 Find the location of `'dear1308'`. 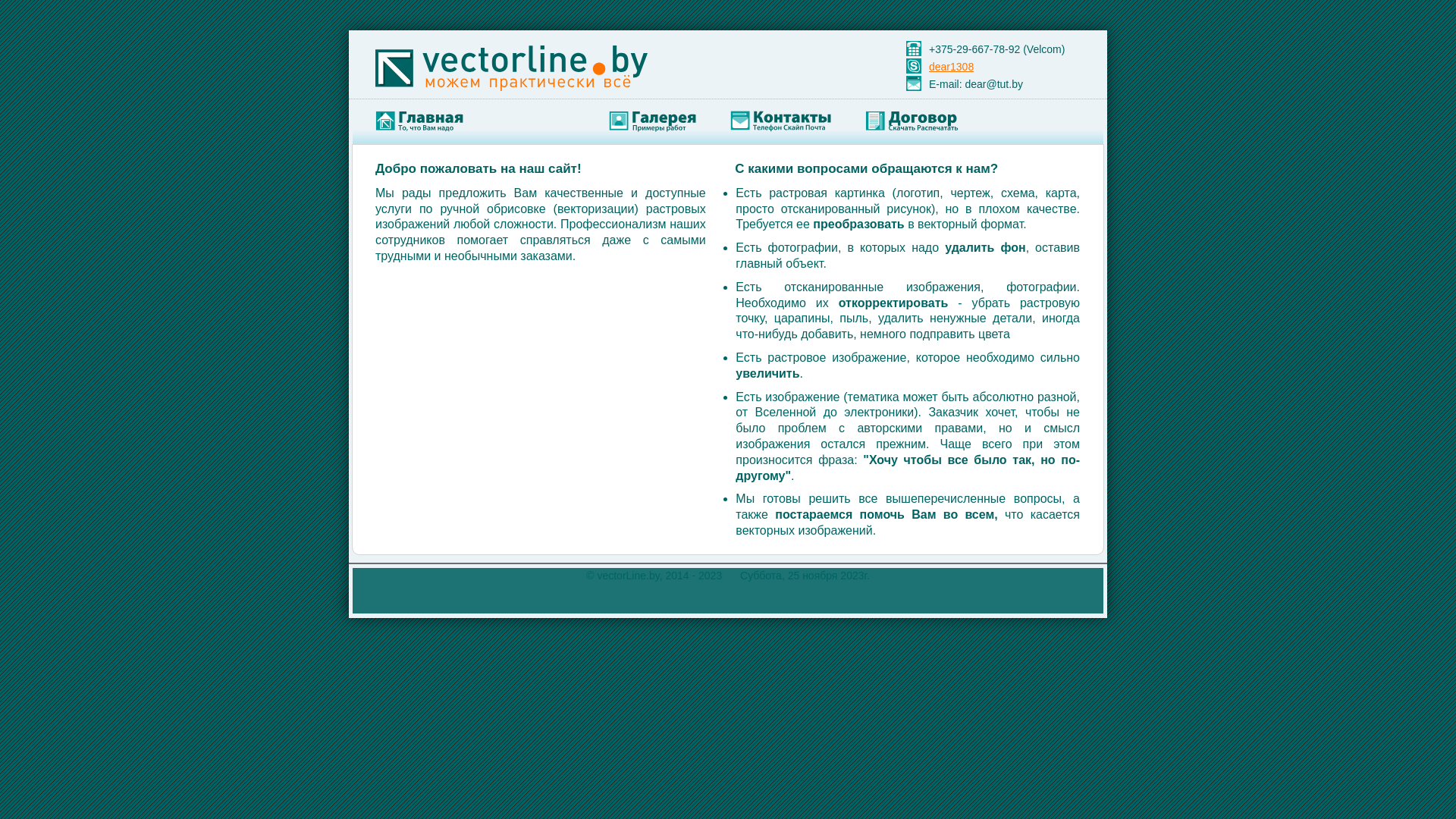

'dear1308' is located at coordinates (950, 66).